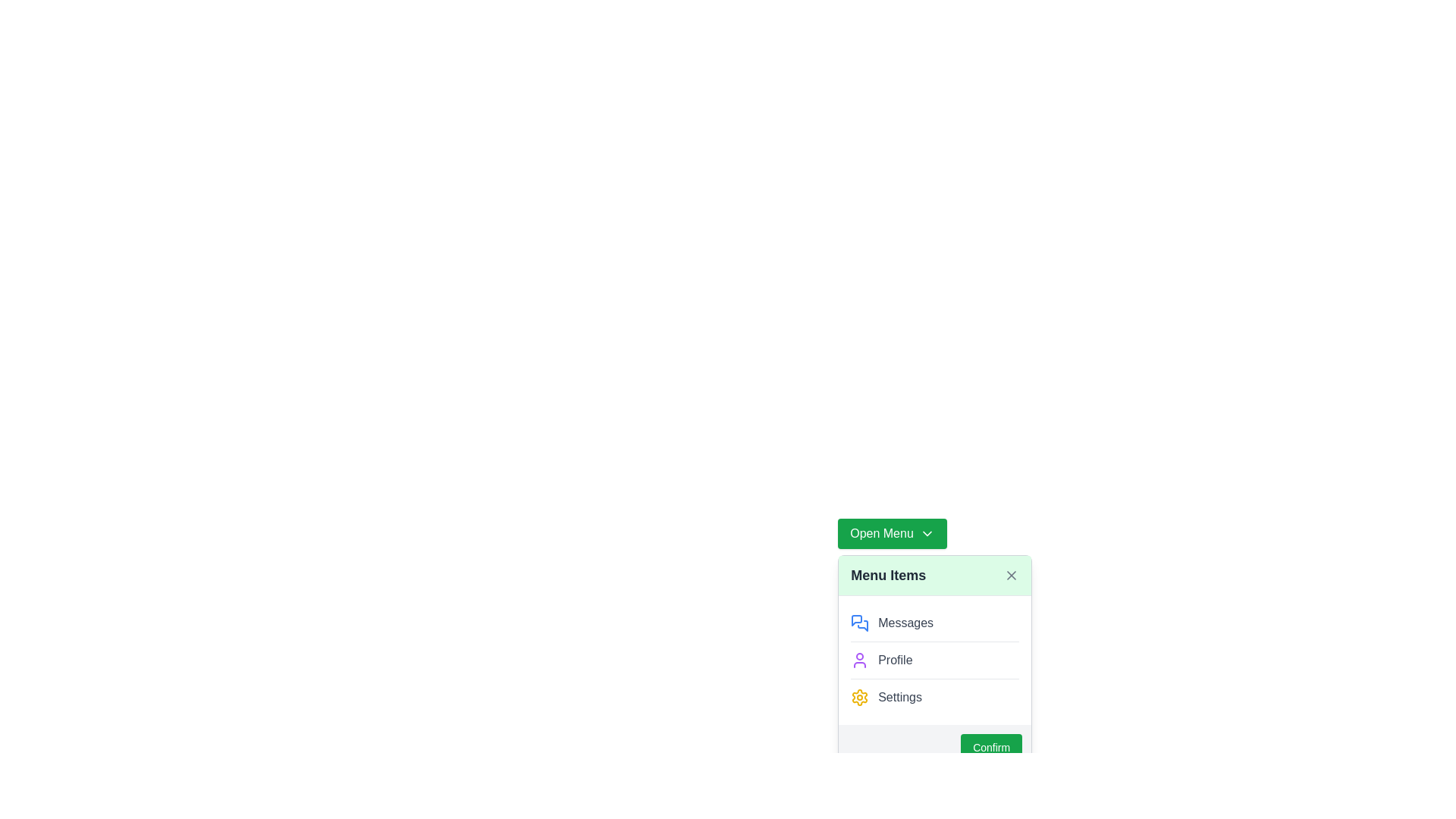 This screenshot has width=1456, height=819. I want to click on the 'Open Menu' button with a green background and white text to see context options, so click(892, 533).